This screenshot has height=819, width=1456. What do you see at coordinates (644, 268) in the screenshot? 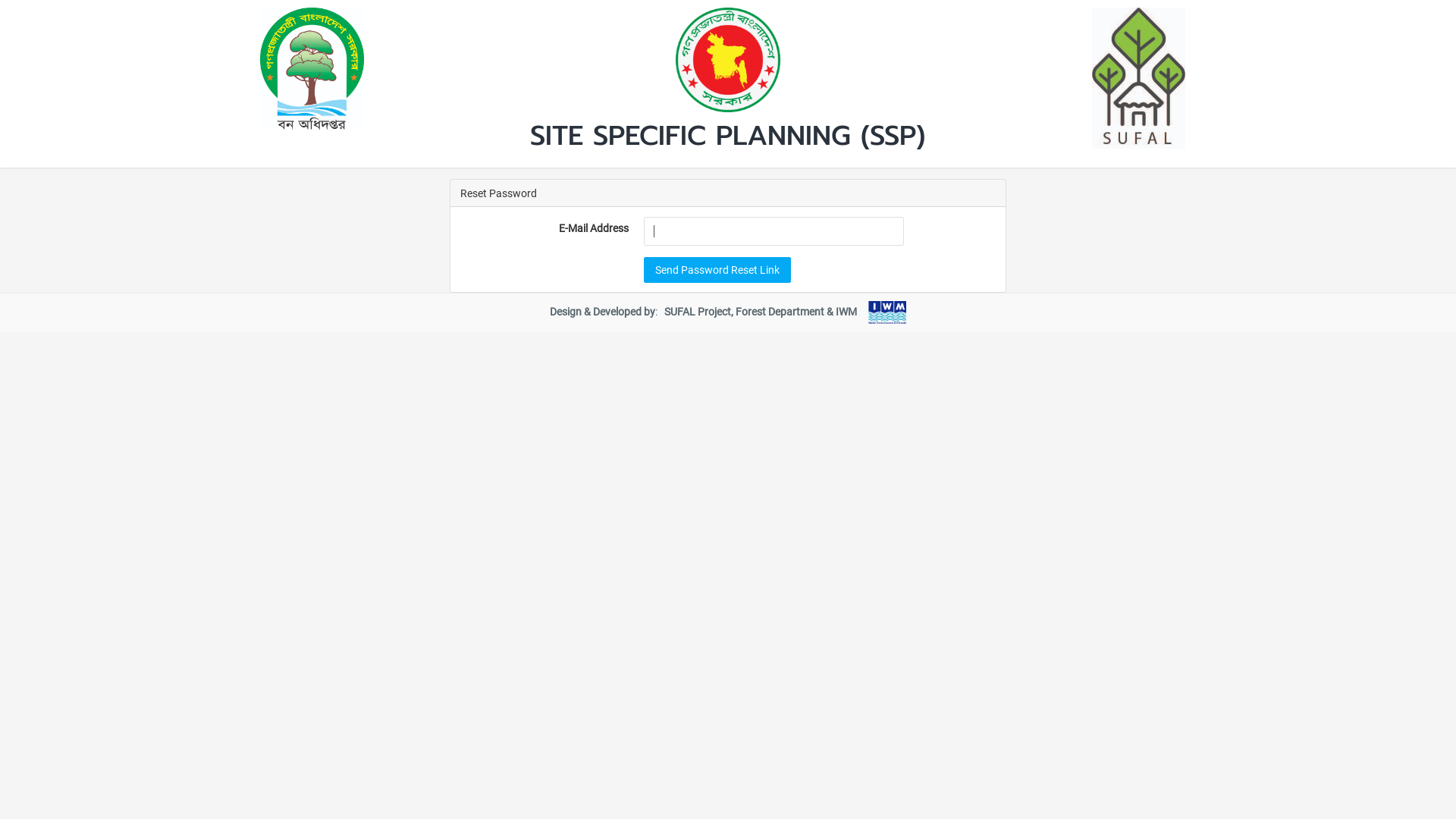
I see `'Send Password Reset Link'` at bounding box center [644, 268].